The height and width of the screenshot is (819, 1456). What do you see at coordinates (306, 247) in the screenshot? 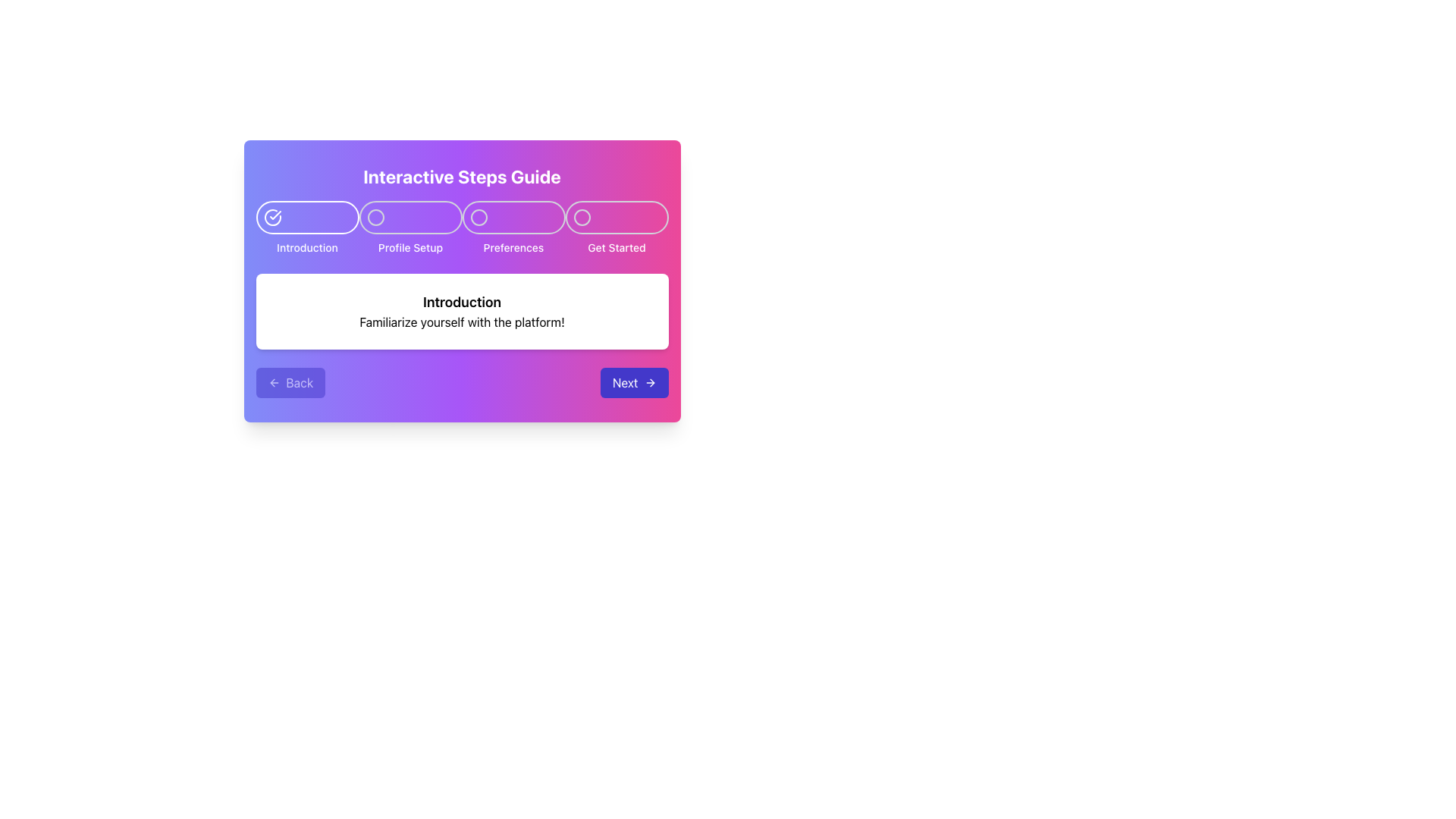
I see `the Text Label that represents the introduction stage of a multi-step process, located near the top left of the layout under a round icon` at bounding box center [306, 247].